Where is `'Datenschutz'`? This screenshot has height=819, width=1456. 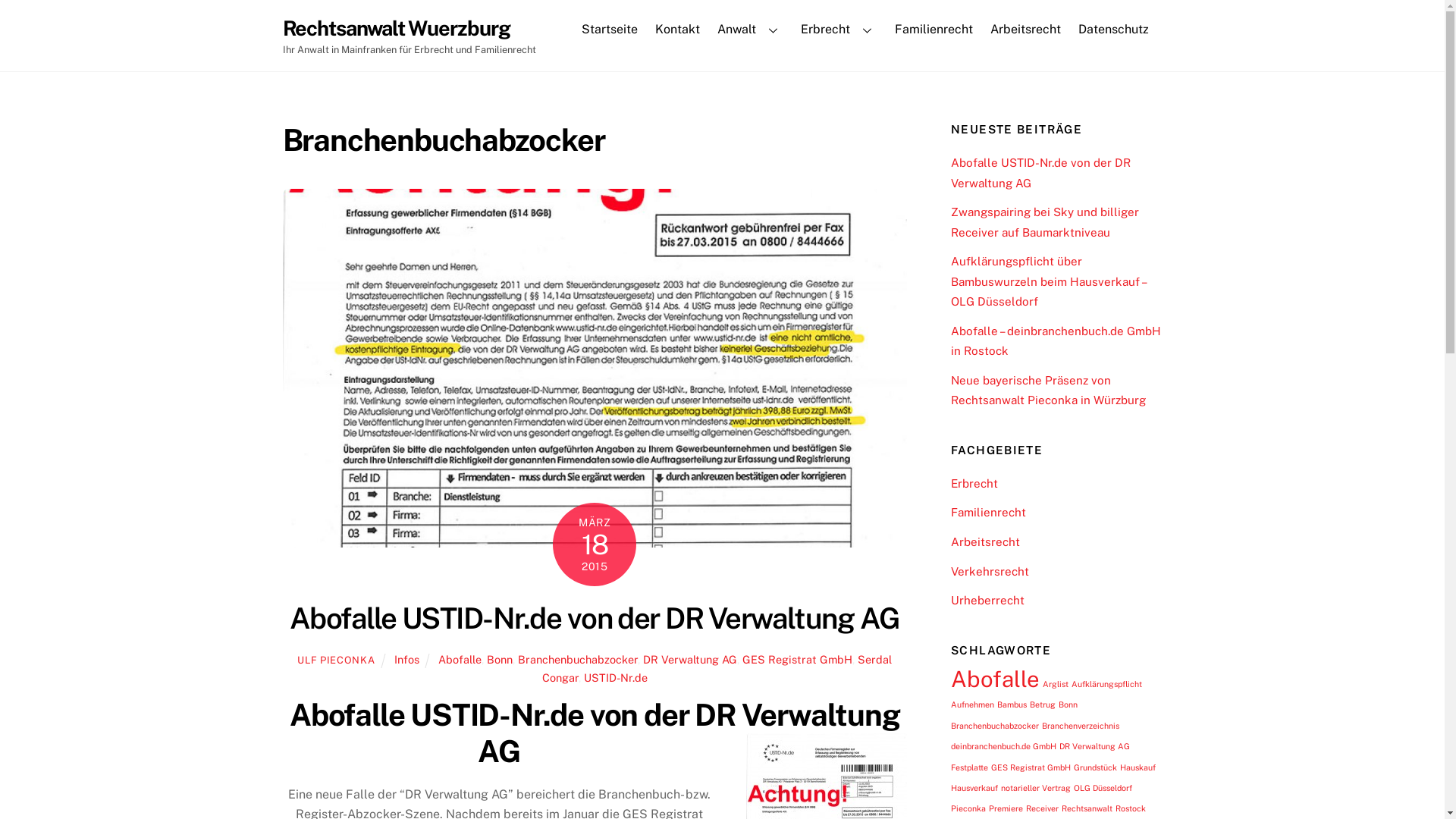 'Datenschutz' is located at coordinates (1113, 29).